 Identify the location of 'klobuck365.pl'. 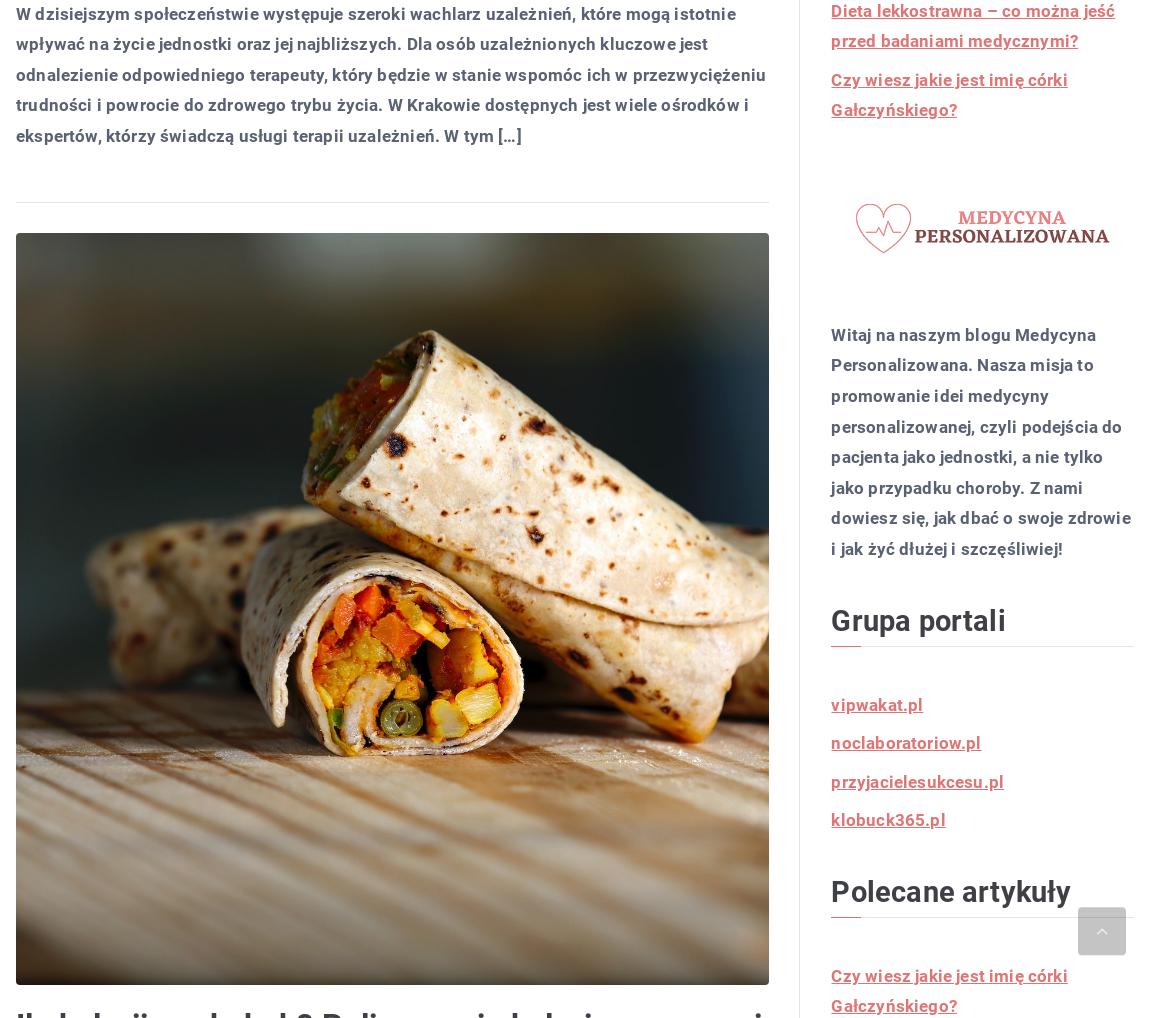
(888, 818).